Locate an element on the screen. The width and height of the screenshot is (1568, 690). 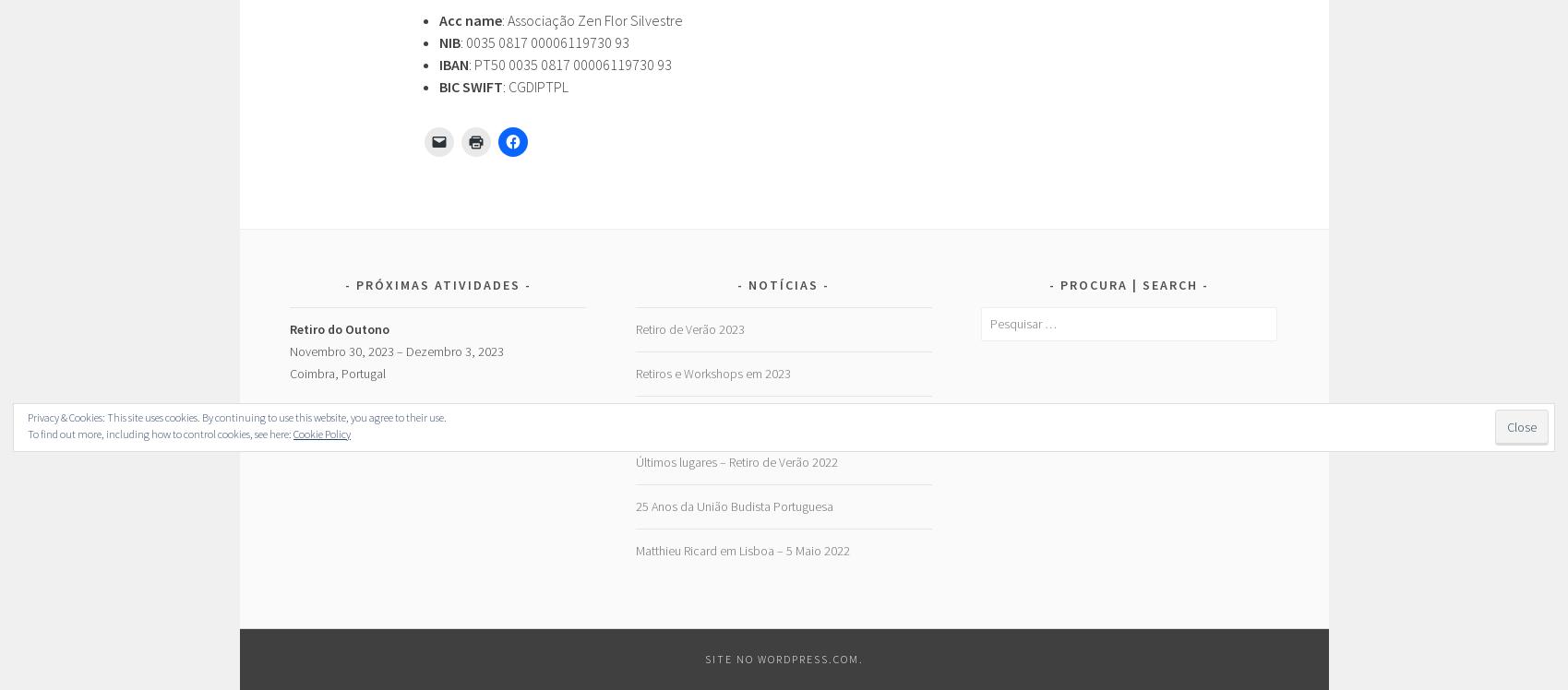
'Retiro de Outono – Coimbra 2022' is located at coordinates (723, 416).